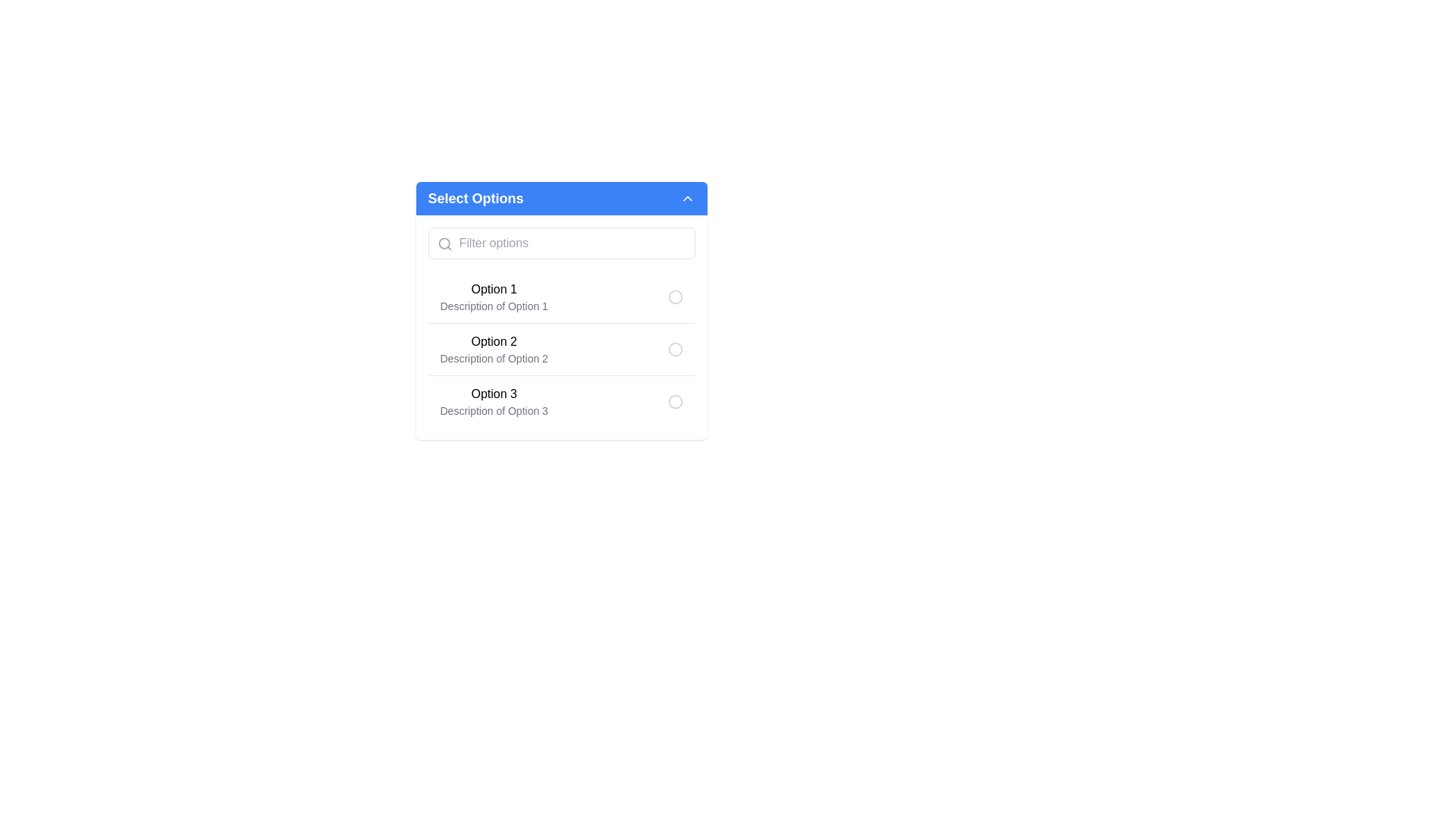  What do you see at coordinates (494, 359) in the screenshot?
I see `descriptive text label located below 'Option 2' in the dropdown menu, which provides additional information about this option` at bounding box center [494, 359].